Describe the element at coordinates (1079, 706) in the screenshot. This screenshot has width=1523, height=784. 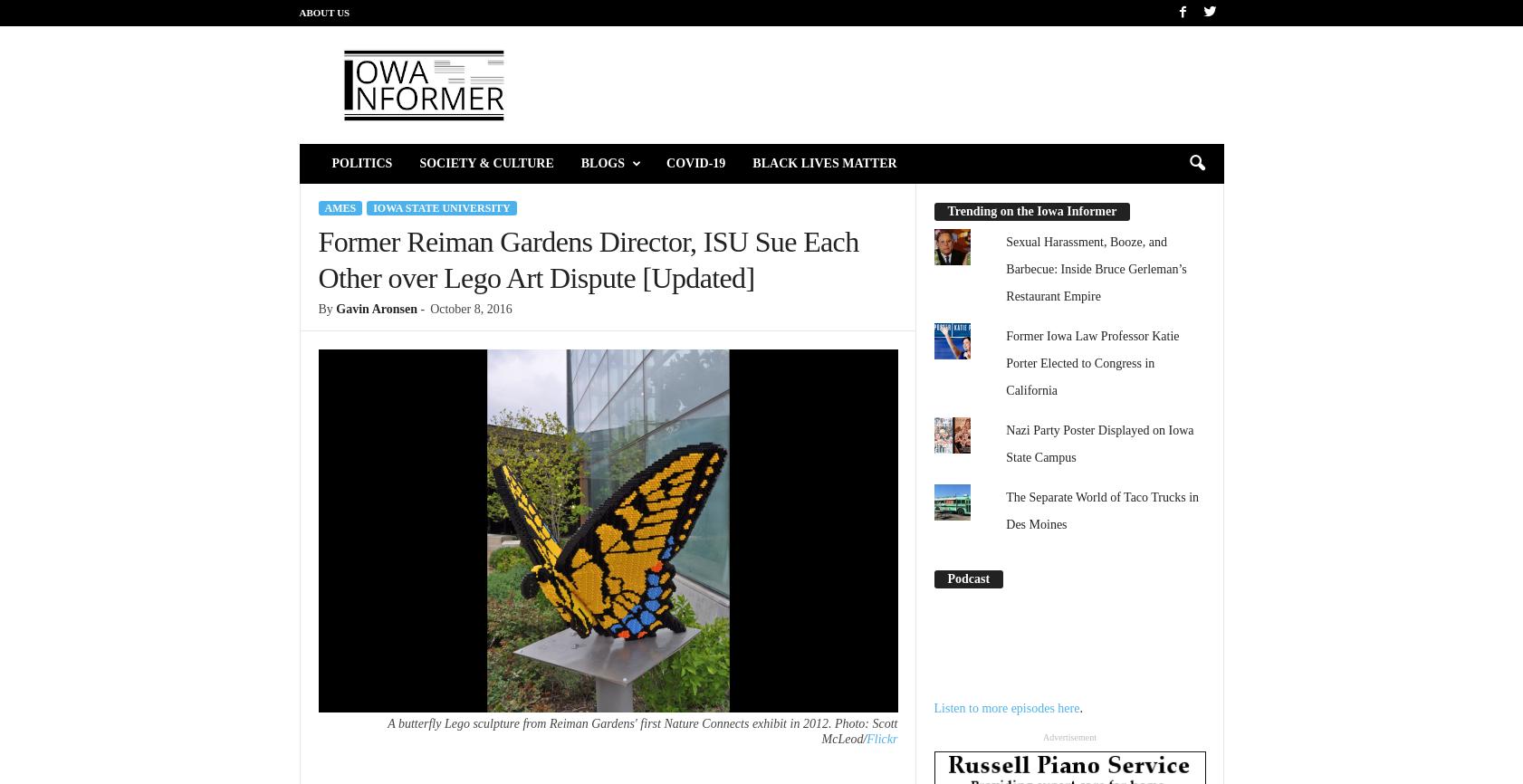
I see `'.'` at that location.